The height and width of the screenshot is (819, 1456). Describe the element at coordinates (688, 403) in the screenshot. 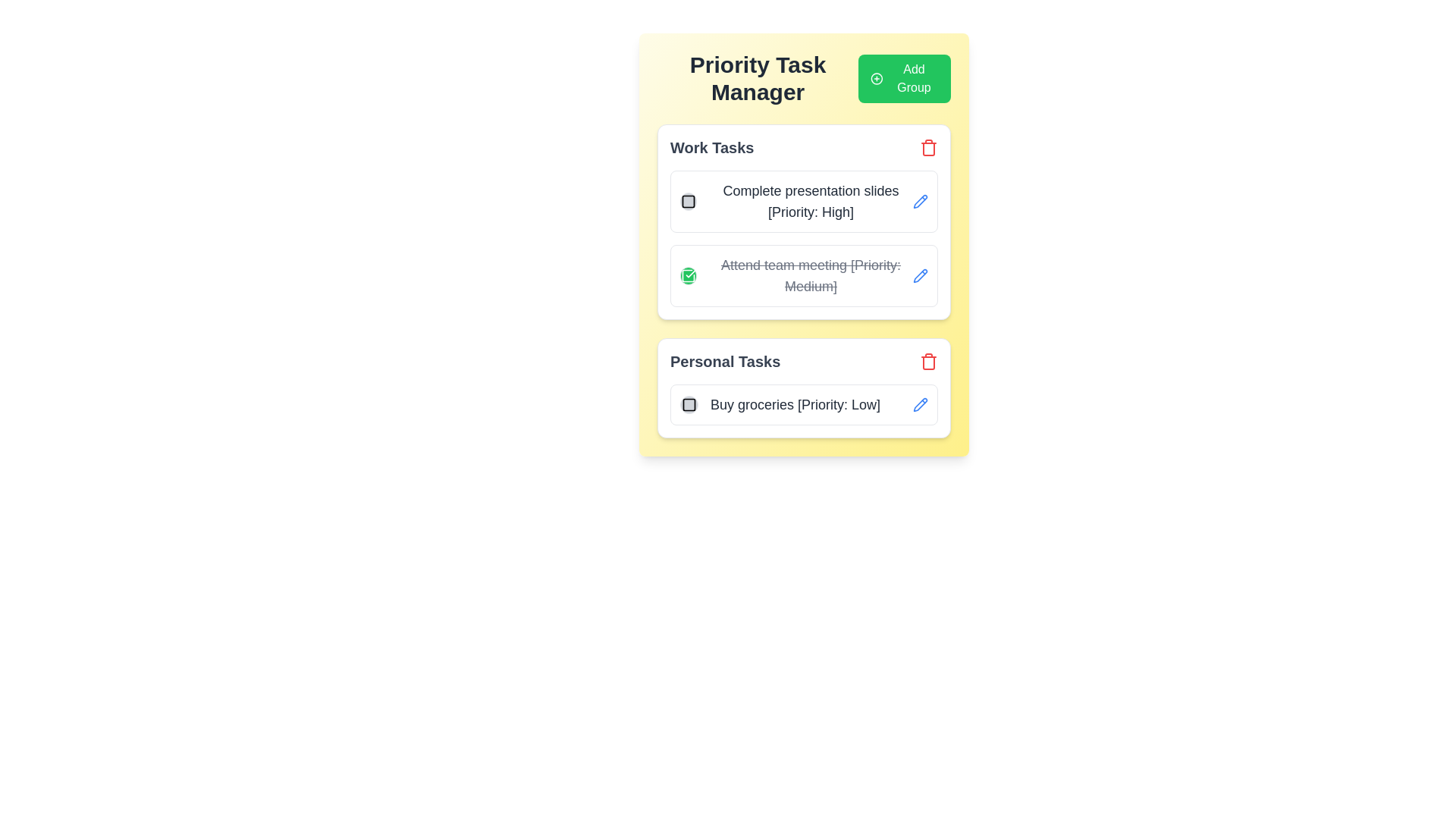

I see `the checkbox located next to the task 'Buy groceries [Priority: Low]' in the 'Personal Tasks' section` at that location.